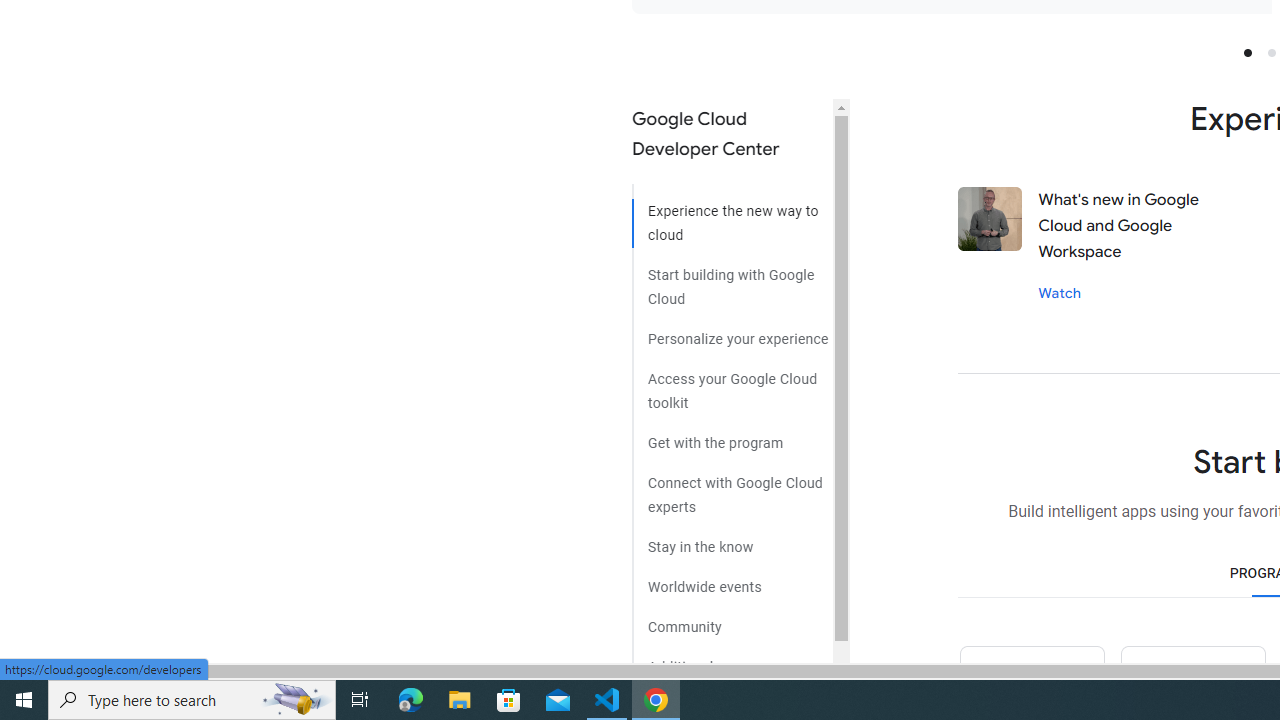 This screenshot has width=1280, height=720. Describe the element at coordinates (731, 216) in the screenshot. I see `'Experience the new way to cloud'` at that location.